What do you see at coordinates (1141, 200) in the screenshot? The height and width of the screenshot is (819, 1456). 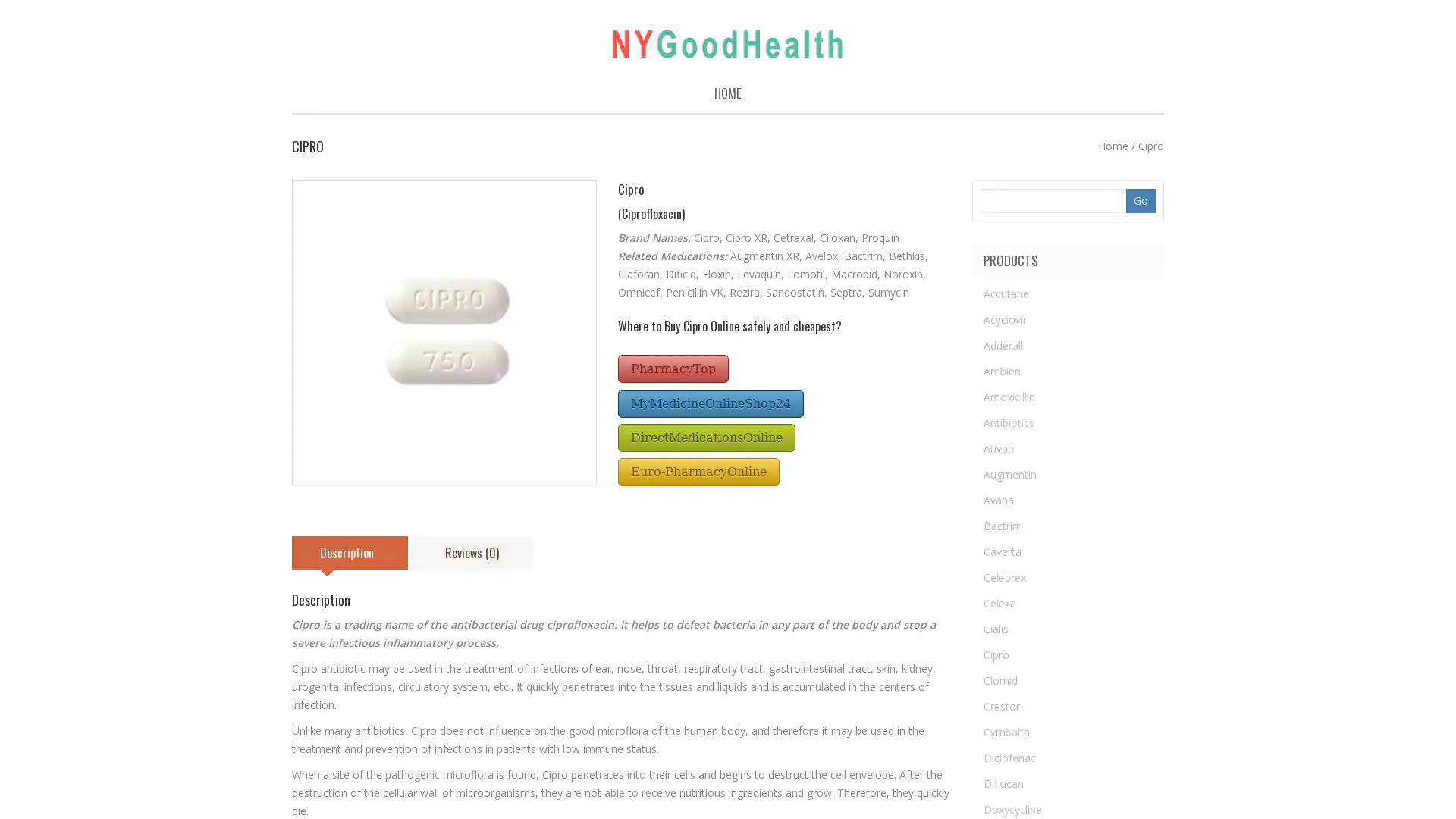 I see `Go` at bounding box center [1141, 200].